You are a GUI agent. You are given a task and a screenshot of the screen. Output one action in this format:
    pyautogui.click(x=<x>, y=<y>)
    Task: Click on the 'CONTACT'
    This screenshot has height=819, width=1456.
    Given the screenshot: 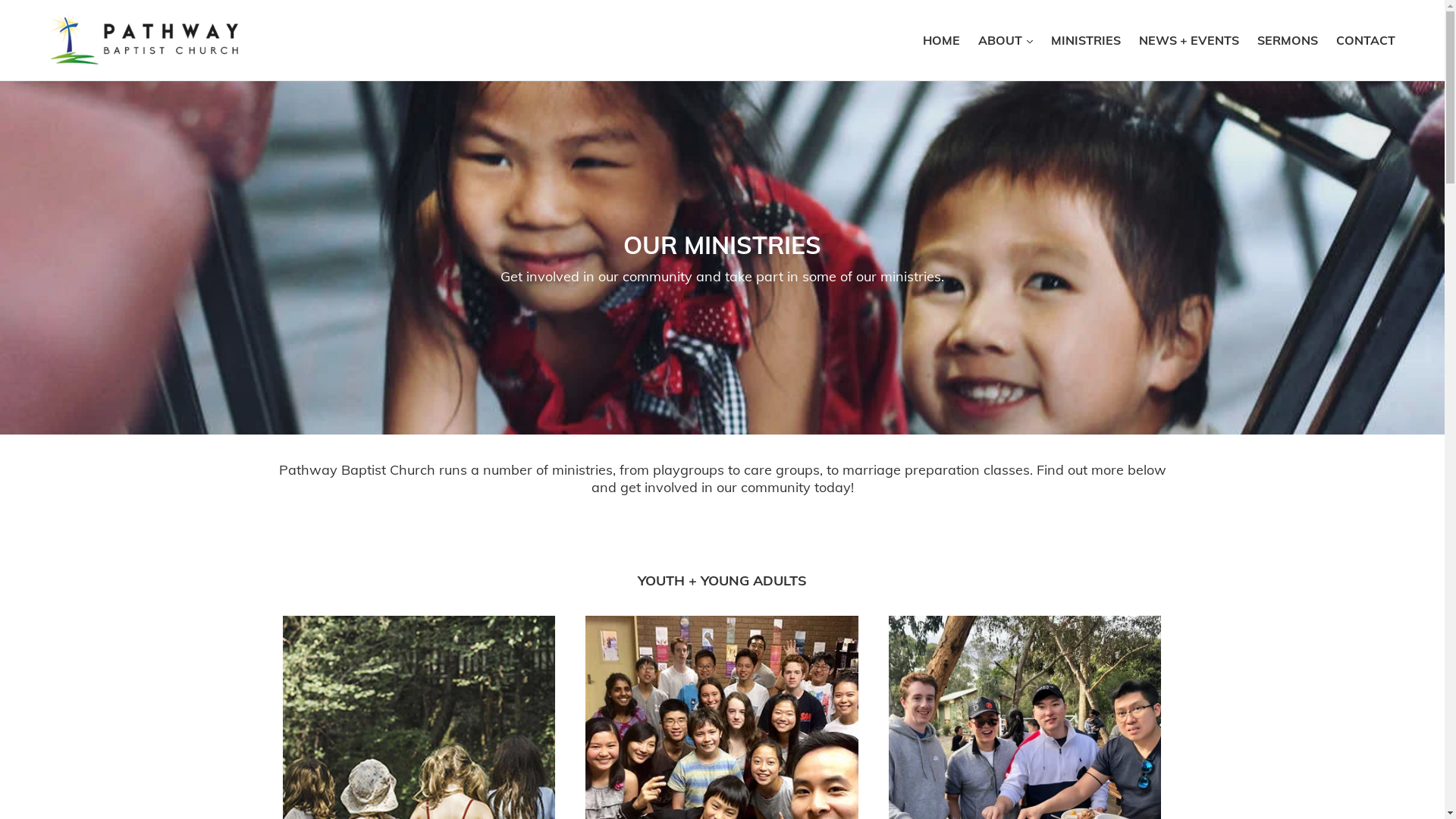 What is the action you would take?
    pyautogui.click(x=1365, y=39)
    